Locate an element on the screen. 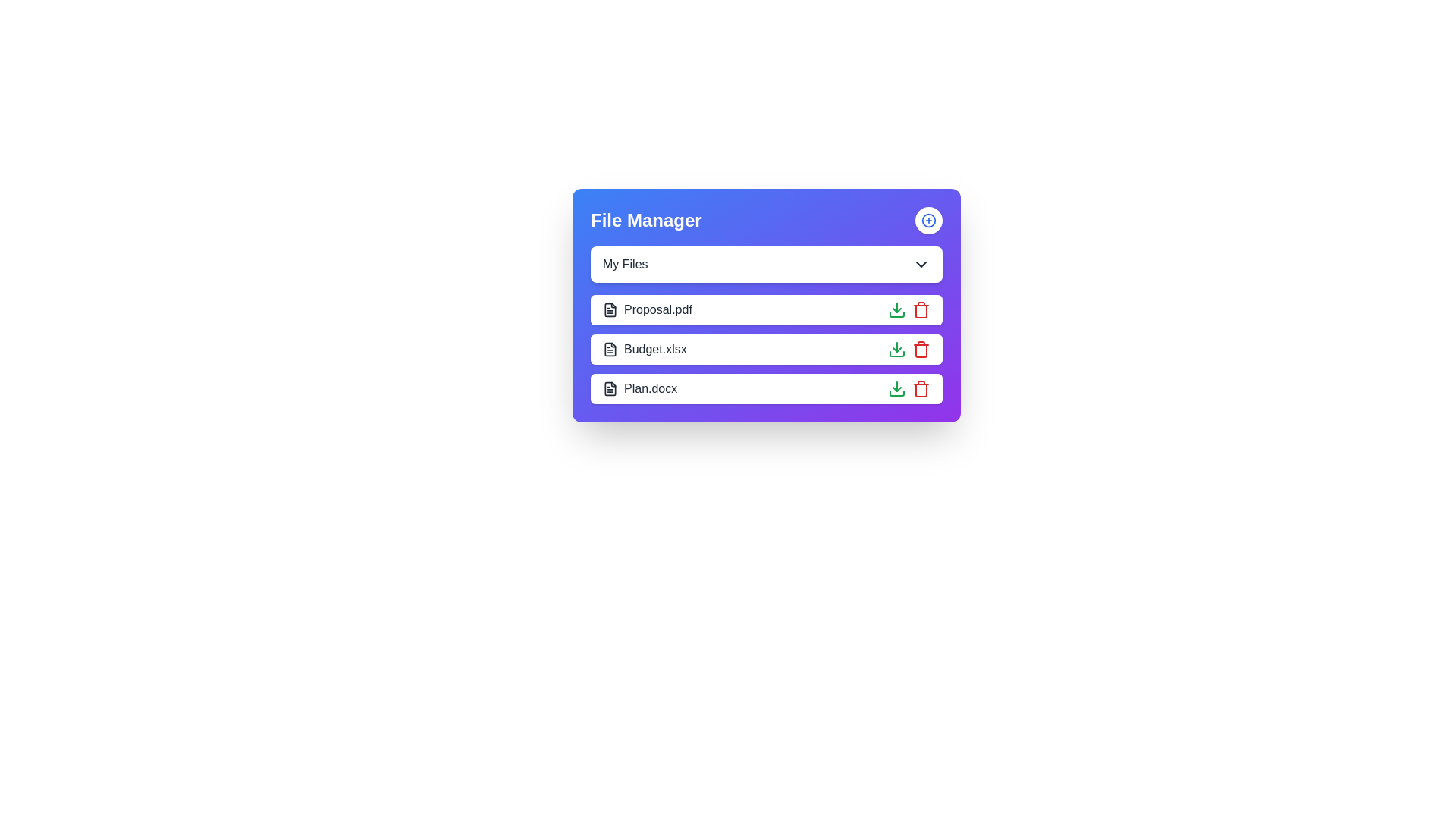 The width and height of the screenshot is (1456, 819). the trash can icon, which is a vertical rectangle with rounded corners is located at coordinates (920, 311).